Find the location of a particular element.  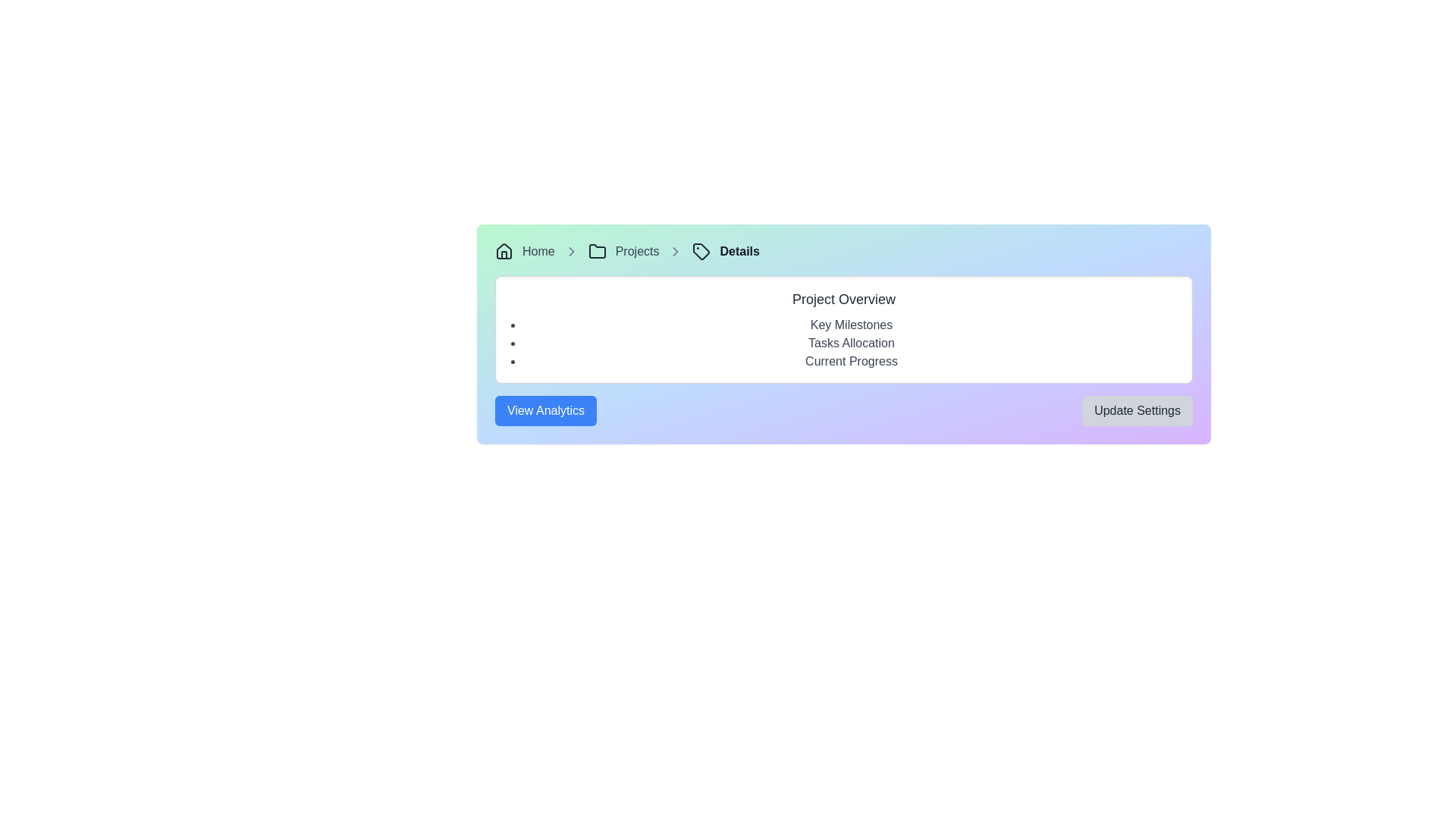

the folder icon in the navigation breadcrumb bar, located between the 'Home' icon and the 'Projects' text label, to indicate the current position within the application's hierarchy is located at coordinates (596, 250).